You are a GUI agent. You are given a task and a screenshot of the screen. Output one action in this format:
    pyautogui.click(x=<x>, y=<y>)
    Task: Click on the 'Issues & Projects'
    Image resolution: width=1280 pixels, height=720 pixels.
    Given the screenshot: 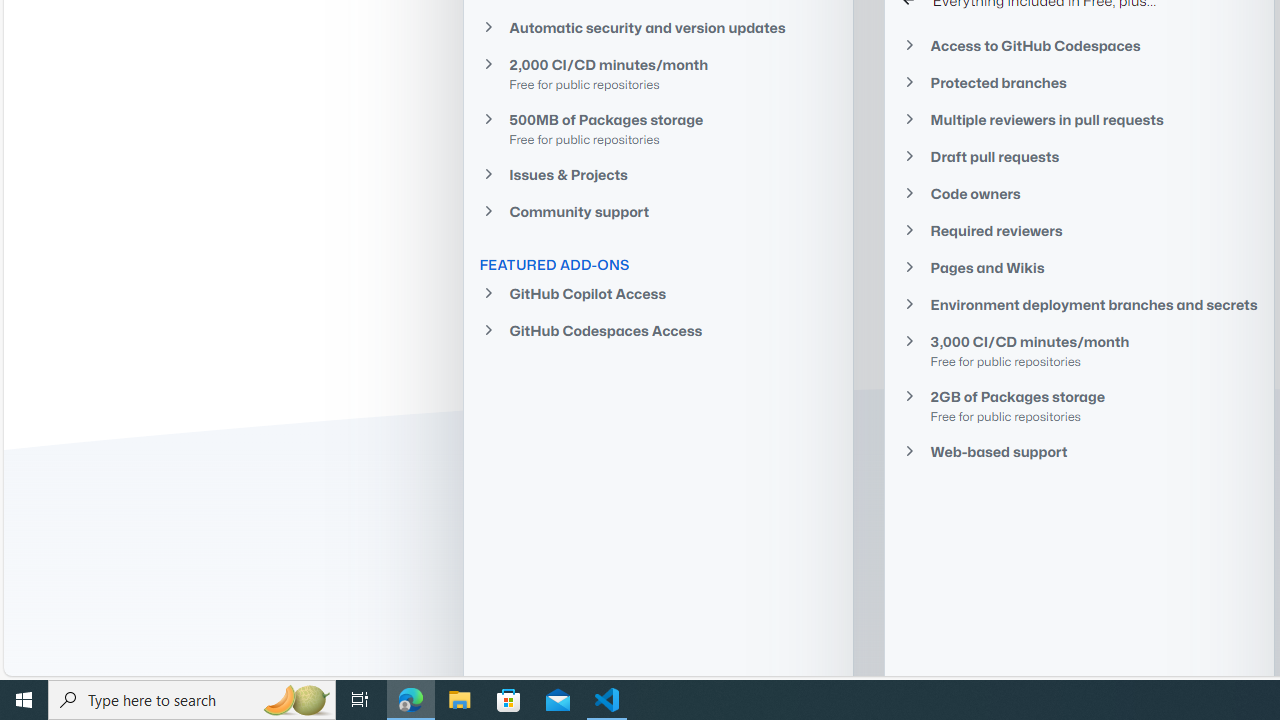 What is the action you would take?
    pyautogui.click(x=657, y=173)
    